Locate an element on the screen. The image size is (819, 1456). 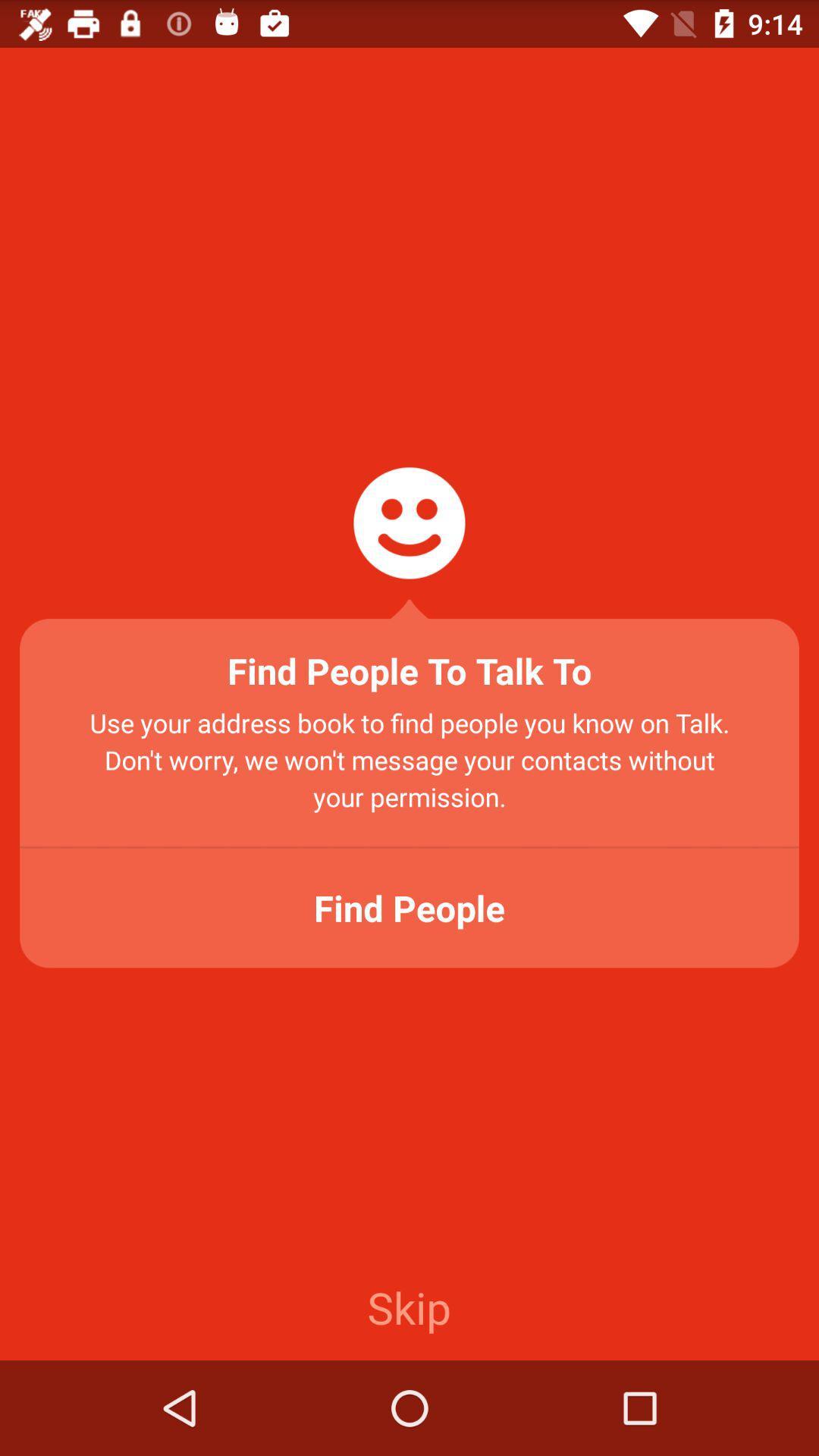
icon below the find people is located at coordinates (408, 1306).